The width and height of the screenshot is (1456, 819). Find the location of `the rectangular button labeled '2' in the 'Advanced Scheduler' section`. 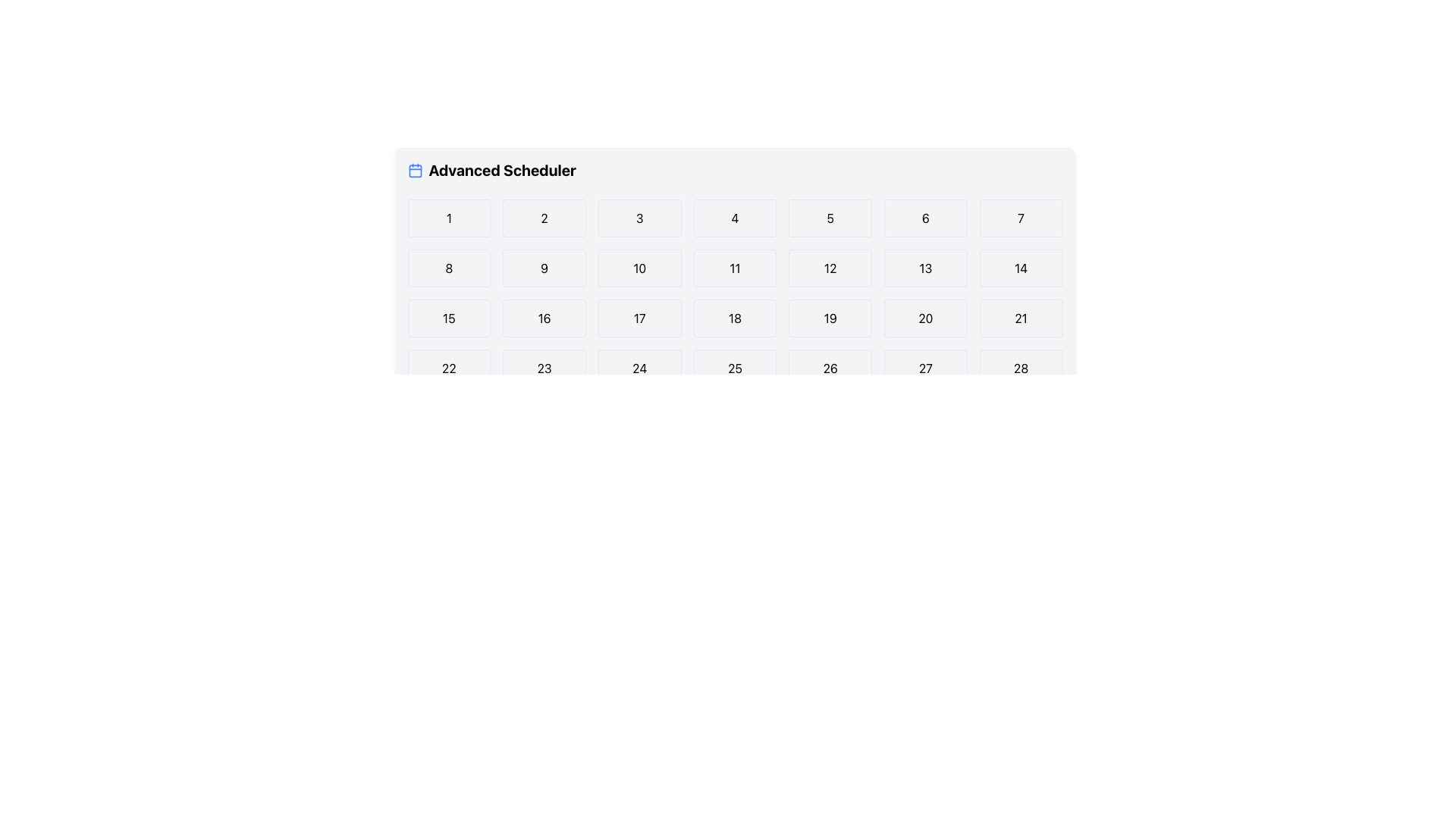

the rectangular button labeled '2' in the 'Advanced Scheduler' section is located at coordinates (544, 218).